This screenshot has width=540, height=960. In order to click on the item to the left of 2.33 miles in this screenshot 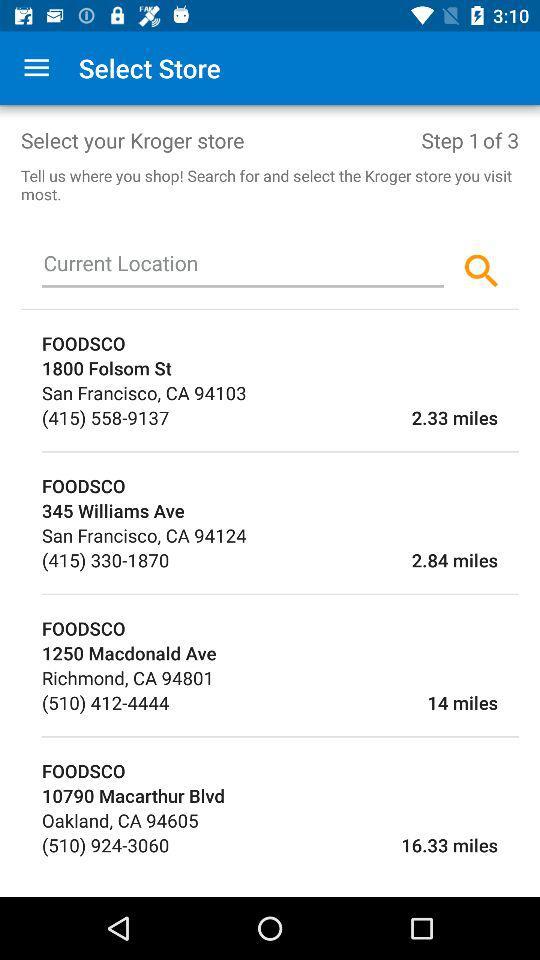, I will do `click(105, 416)`.